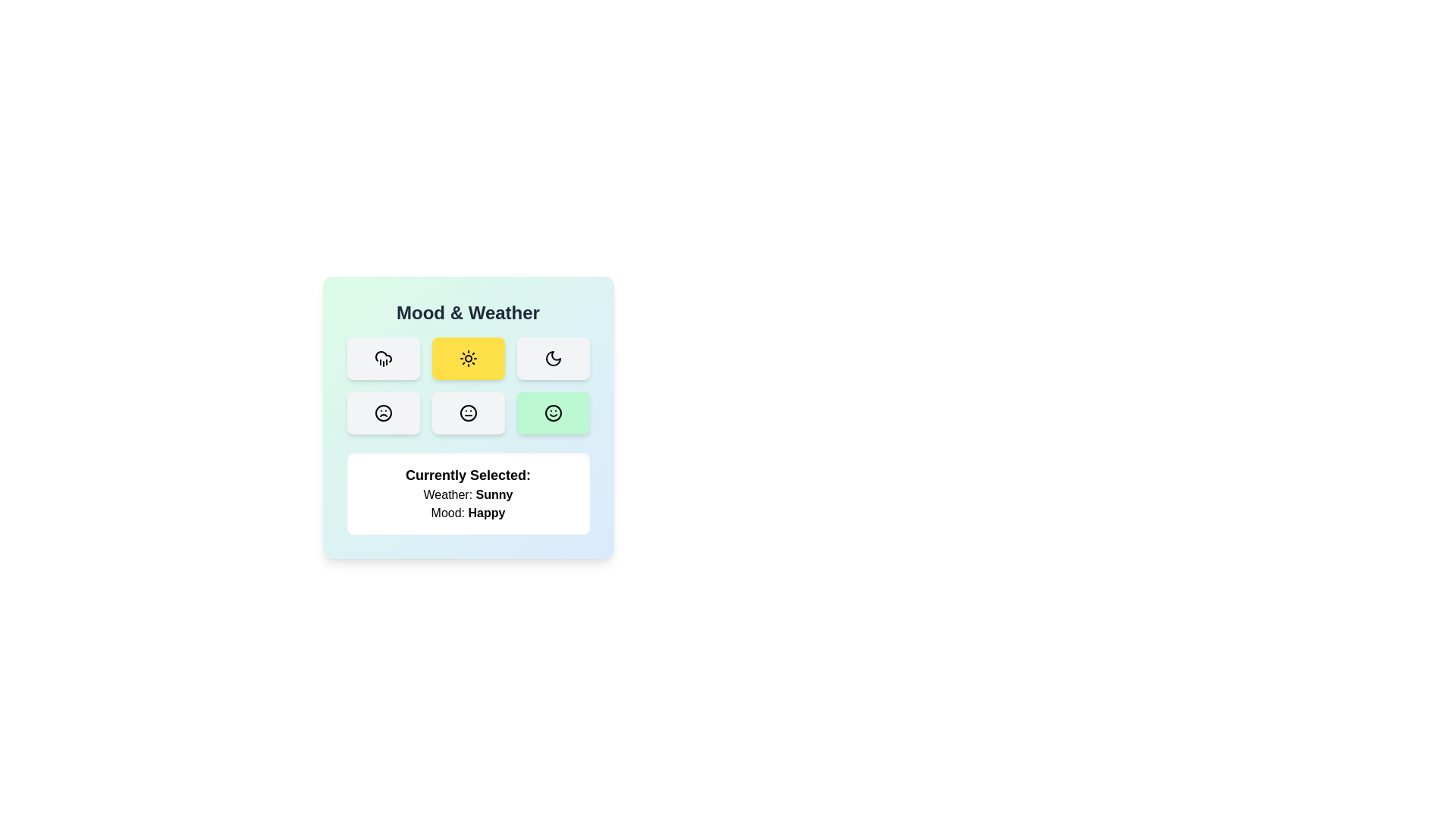  Describe the element at coordinates (552, 359) in the screenshot. I see `the light gray rounded button with a crescent moon icon, located to the right of the yellow sun button` at that location.